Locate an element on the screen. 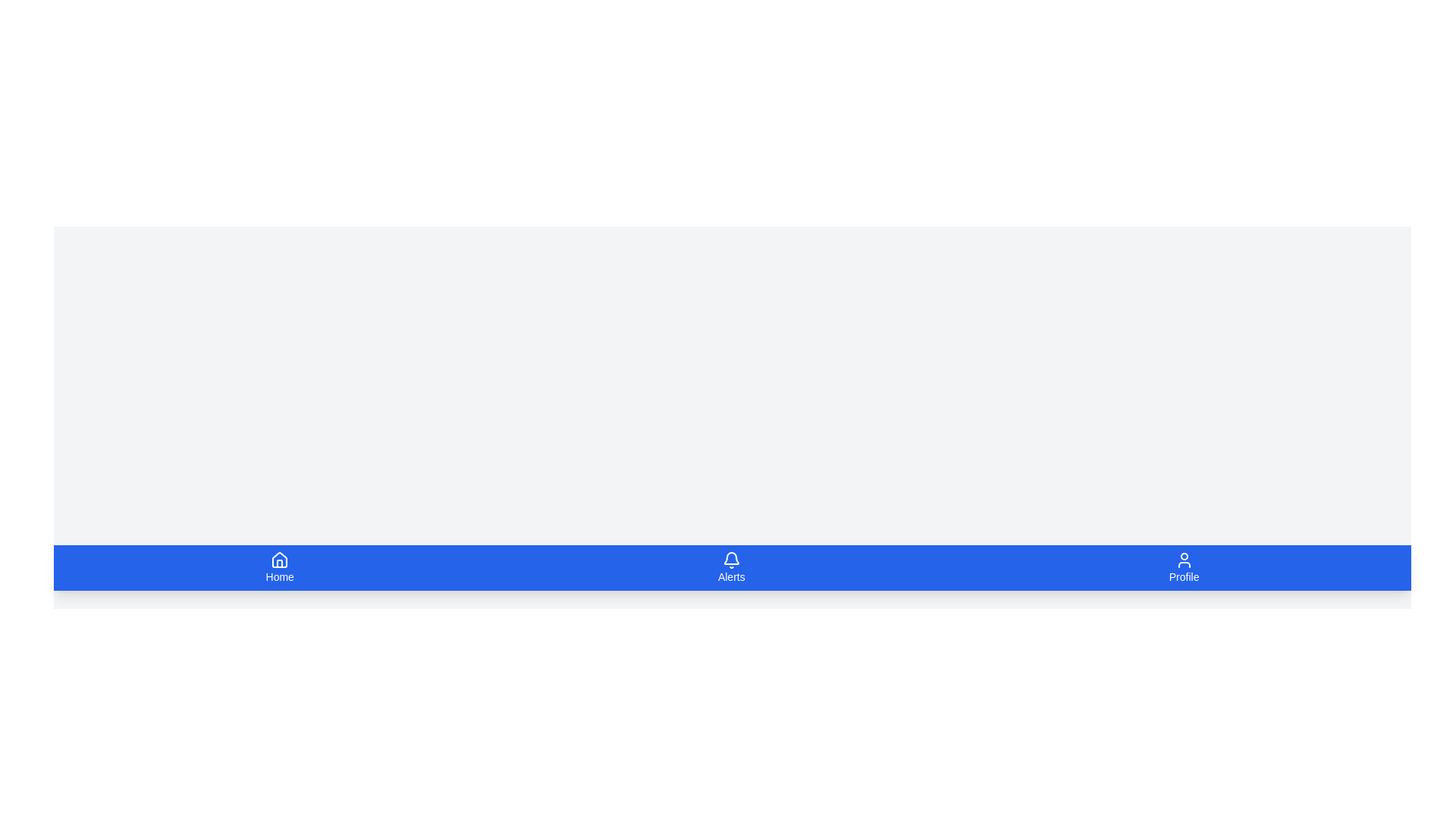 Image resolution: width=1456 pixels, height=819 pixels. the 'Profile' icon in the navigation bar at the bottom right is located at coordinates (1183, 560).